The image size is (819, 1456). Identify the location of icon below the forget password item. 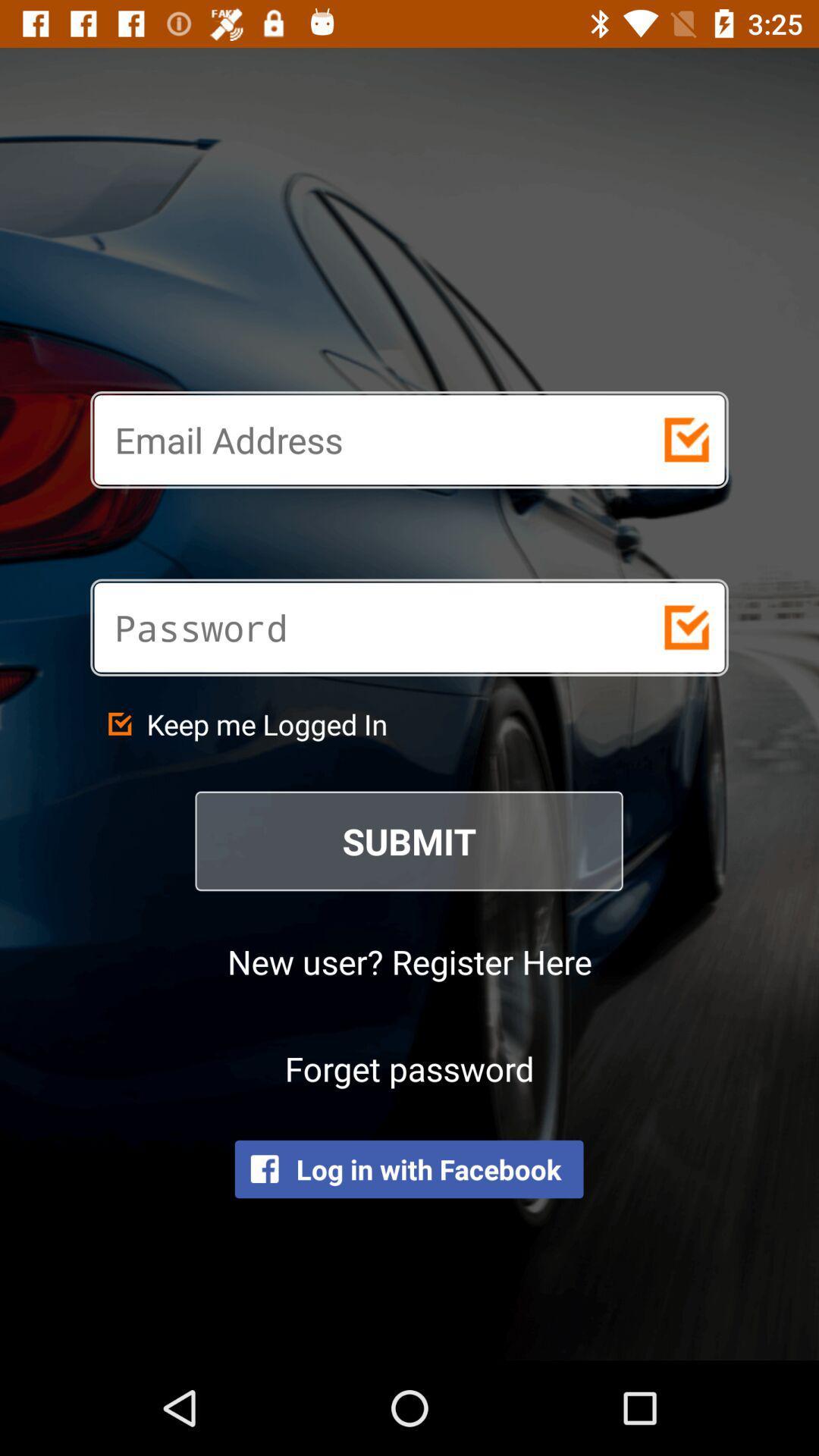
(408, 1168).